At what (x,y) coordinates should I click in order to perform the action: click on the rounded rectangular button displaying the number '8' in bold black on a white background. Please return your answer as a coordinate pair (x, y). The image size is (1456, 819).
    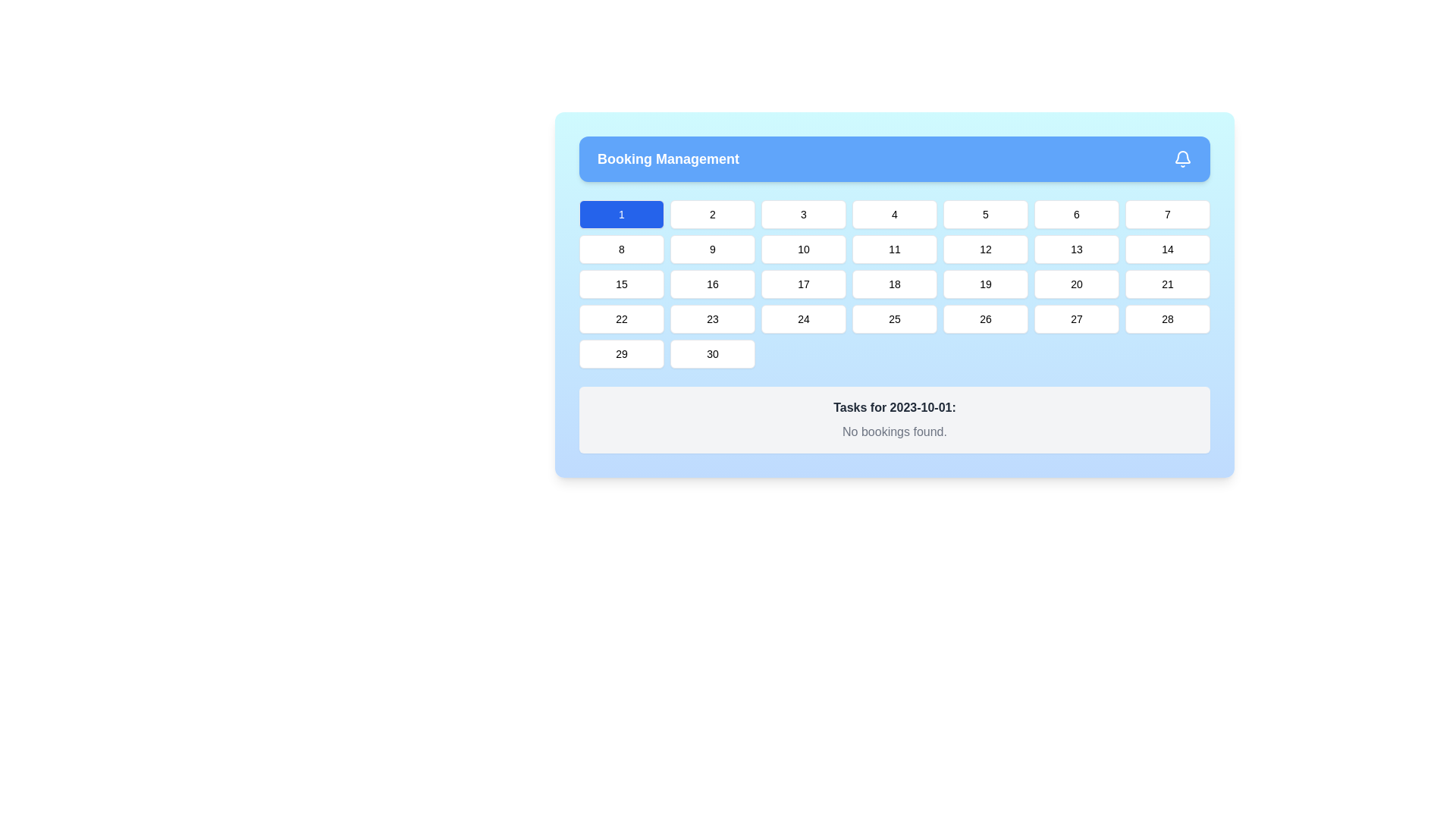
    Looking at the image, I should click on (622, 248).